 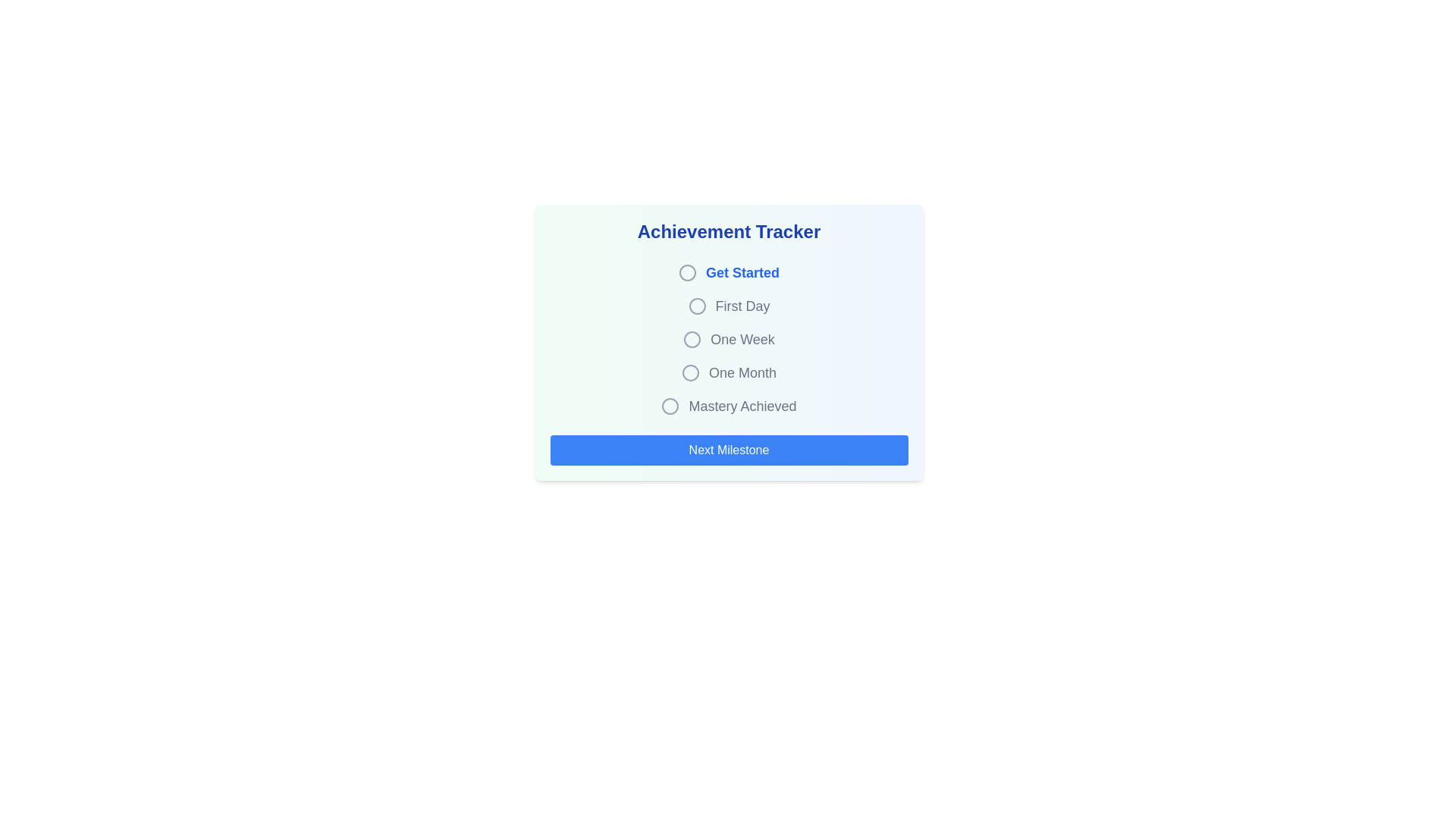 What do you see at coordinates (742, 338) in the screenshot?
I see `the text label that reads 'One Week', which is the third label in a vertical group of achievement tracker options` at bounding box center [742, 338].